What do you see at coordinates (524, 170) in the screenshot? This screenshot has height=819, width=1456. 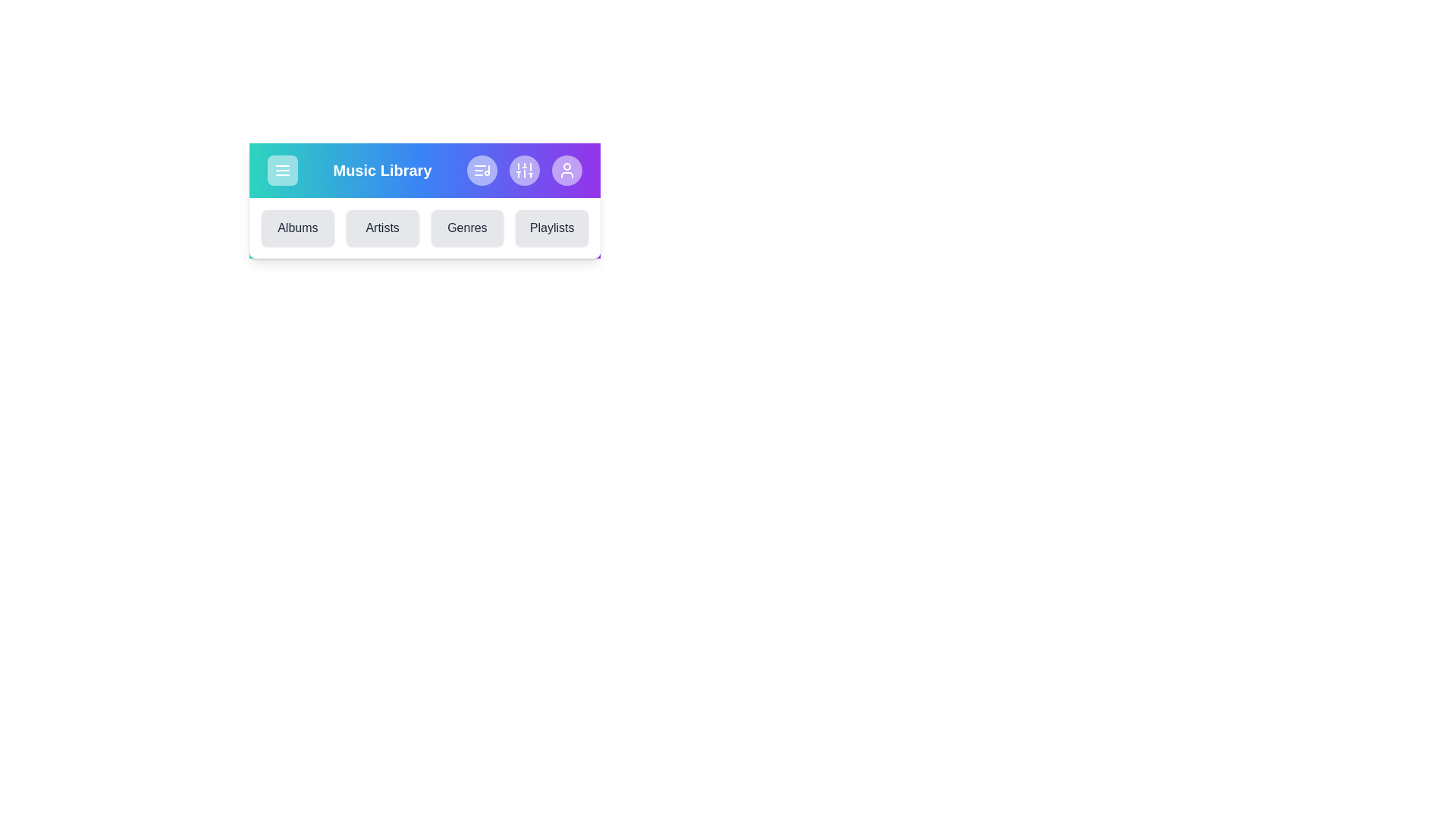 I see `the Sliders icon in the navigation bar` at bounding box center [524, 170].